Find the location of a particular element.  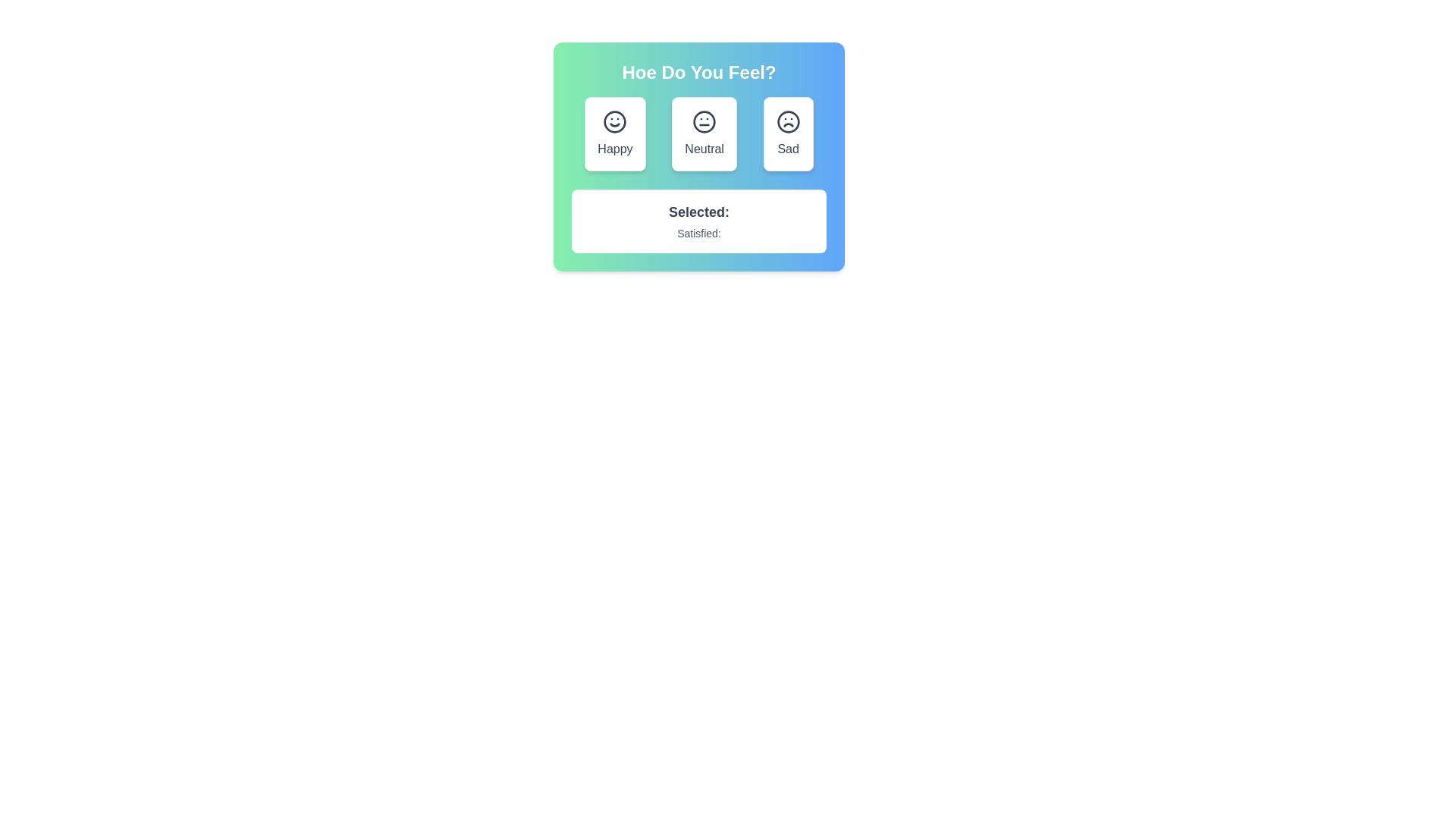

the emotion button labeled Happy to observe the visual feedback is located at coordinates (615, 133).